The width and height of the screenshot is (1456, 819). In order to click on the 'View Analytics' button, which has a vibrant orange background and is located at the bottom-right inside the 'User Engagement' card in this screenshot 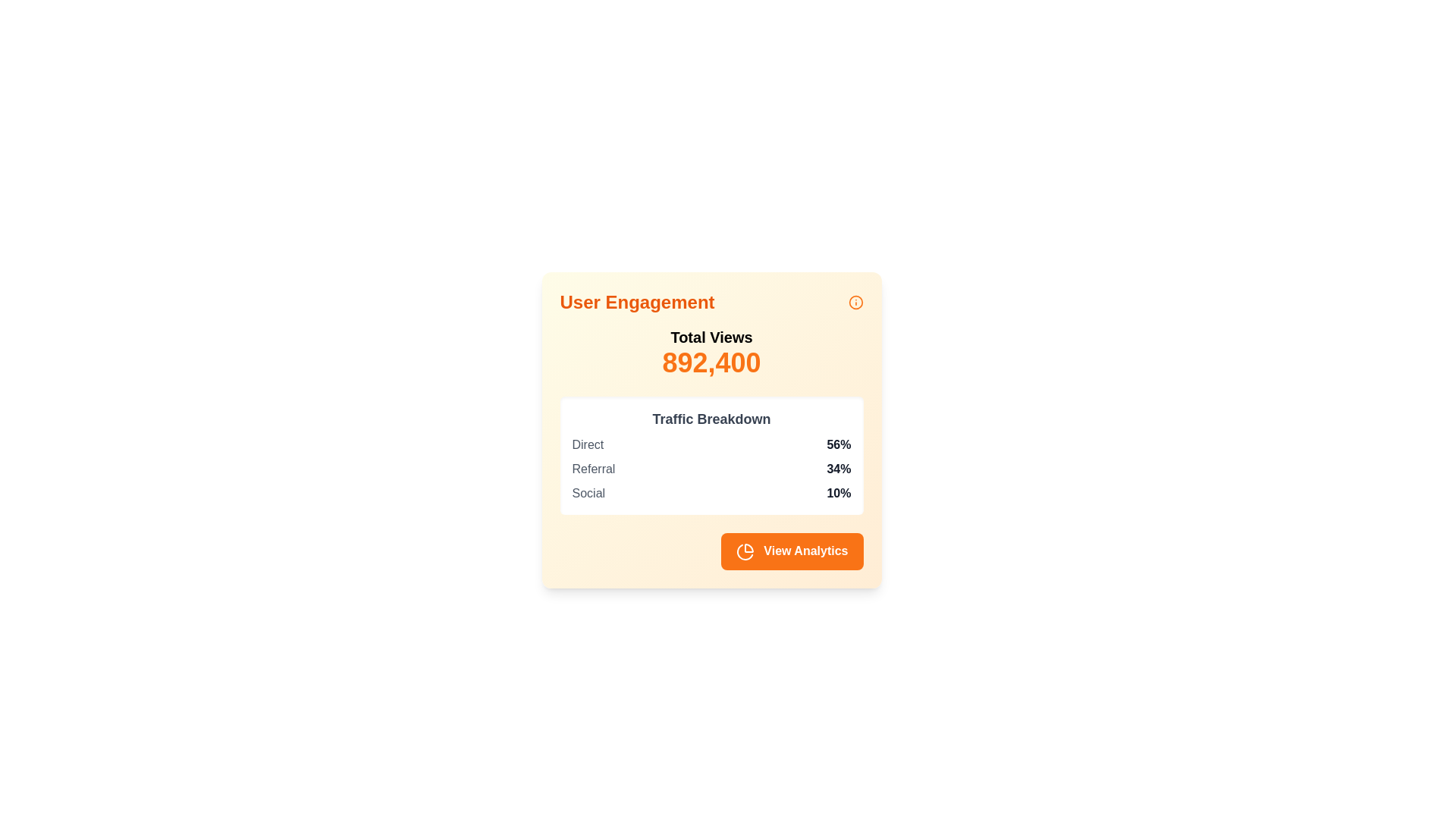, I will do `click(791, 551)`.